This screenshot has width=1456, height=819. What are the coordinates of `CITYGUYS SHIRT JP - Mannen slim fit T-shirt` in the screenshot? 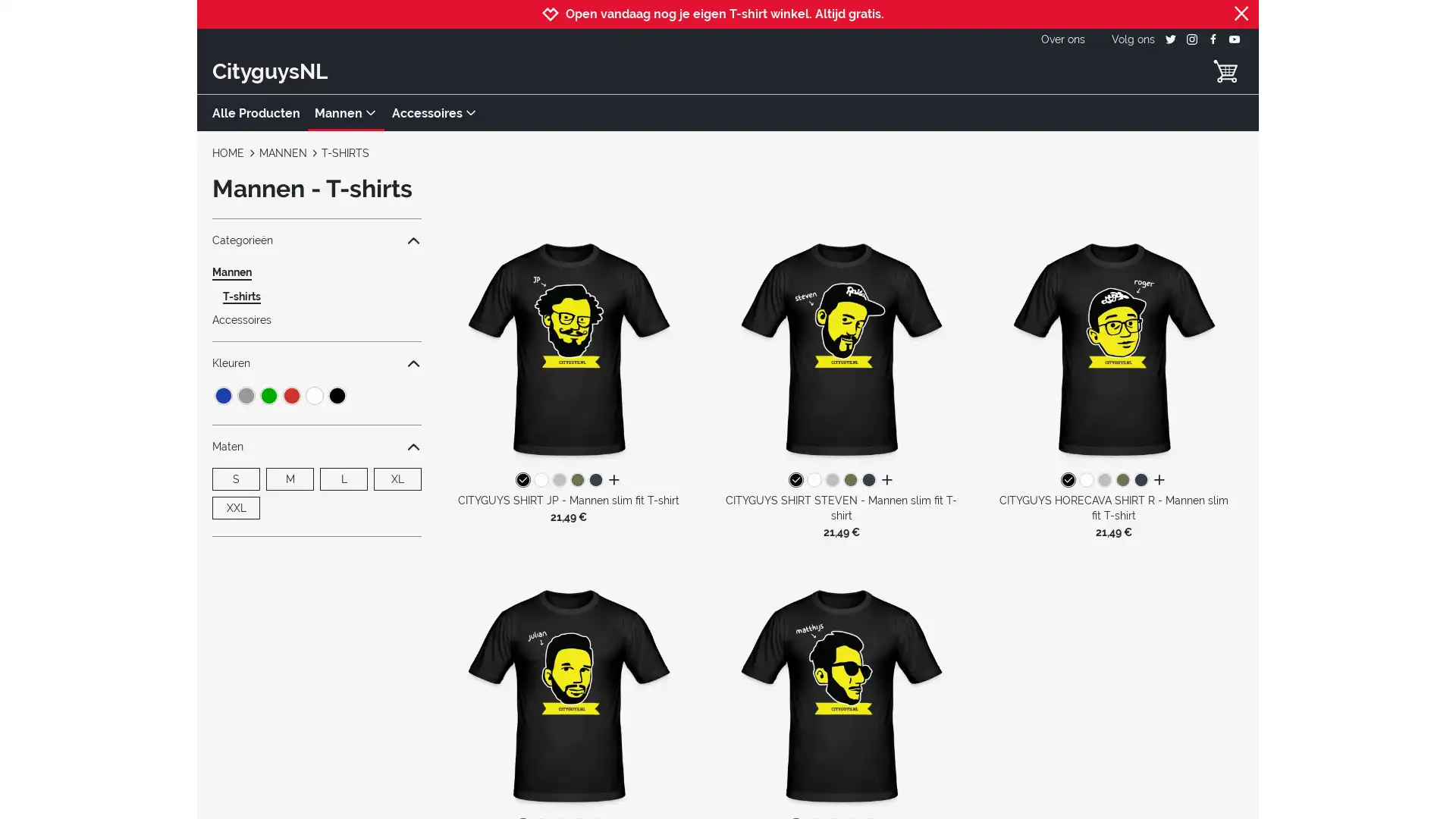 It's located at (567, 347).